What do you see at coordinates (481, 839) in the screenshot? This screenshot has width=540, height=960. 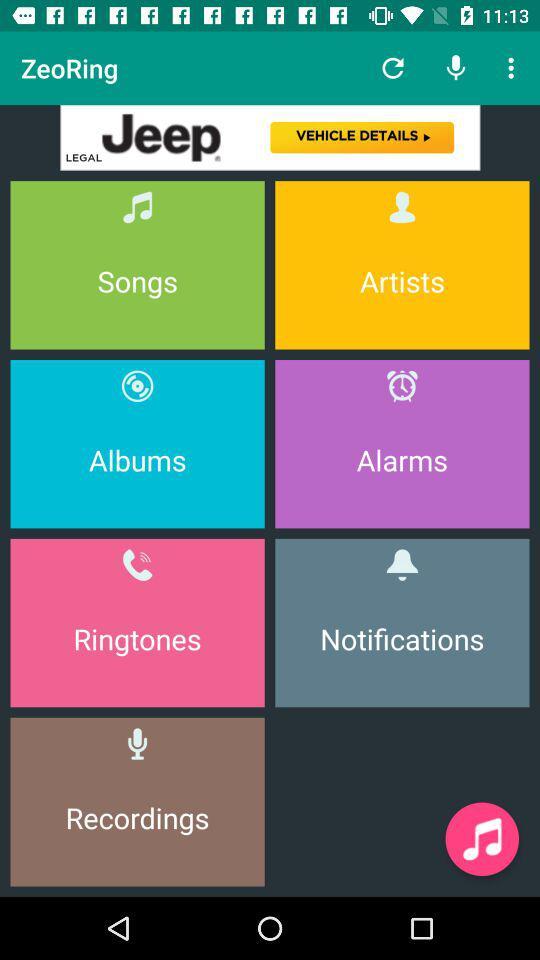 I see `music` at bounding box center [481, 839].